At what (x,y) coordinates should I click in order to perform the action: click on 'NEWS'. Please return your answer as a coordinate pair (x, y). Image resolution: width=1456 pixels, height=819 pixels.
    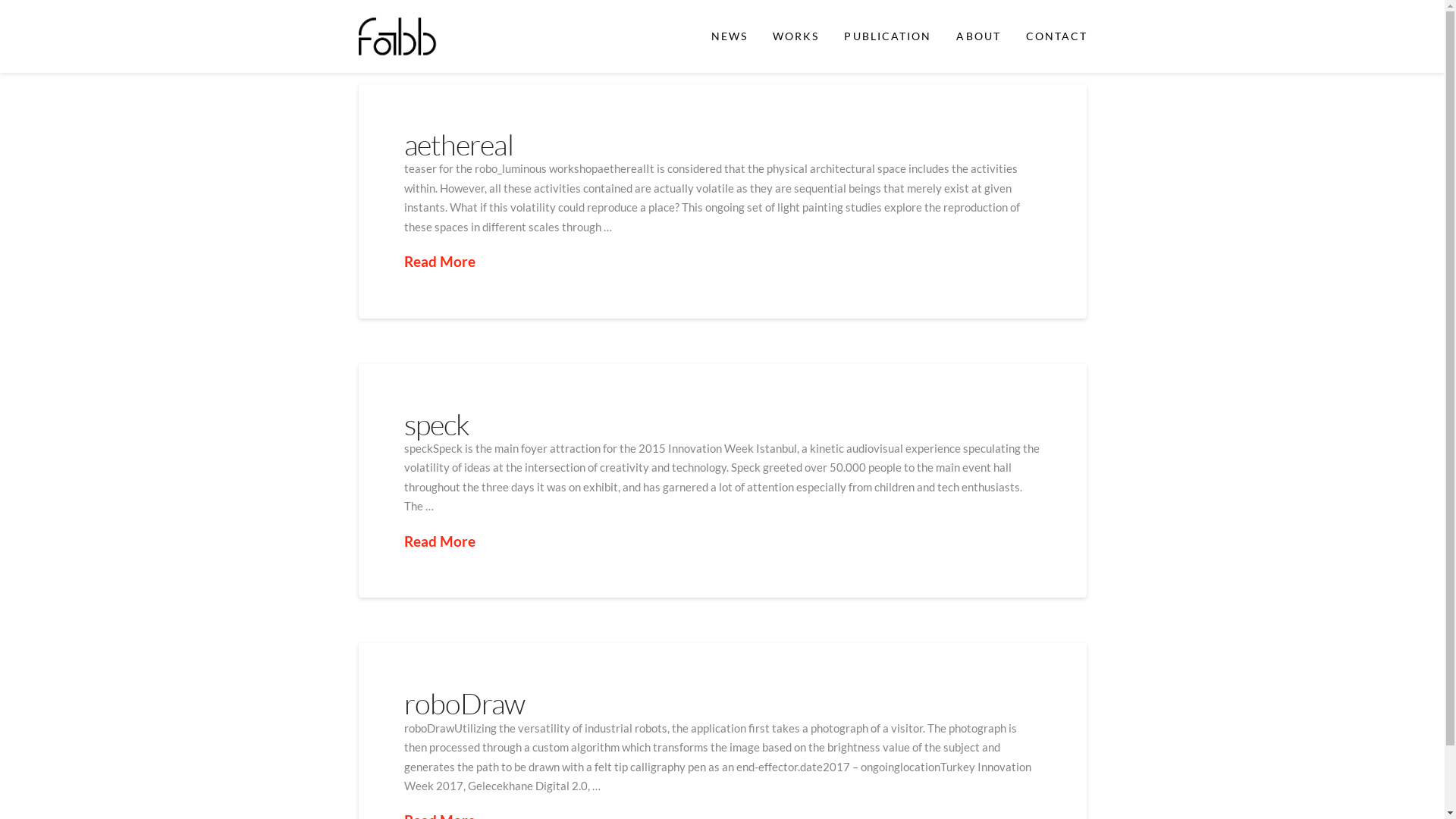
    Looking at the image, I should click on (697, 35).